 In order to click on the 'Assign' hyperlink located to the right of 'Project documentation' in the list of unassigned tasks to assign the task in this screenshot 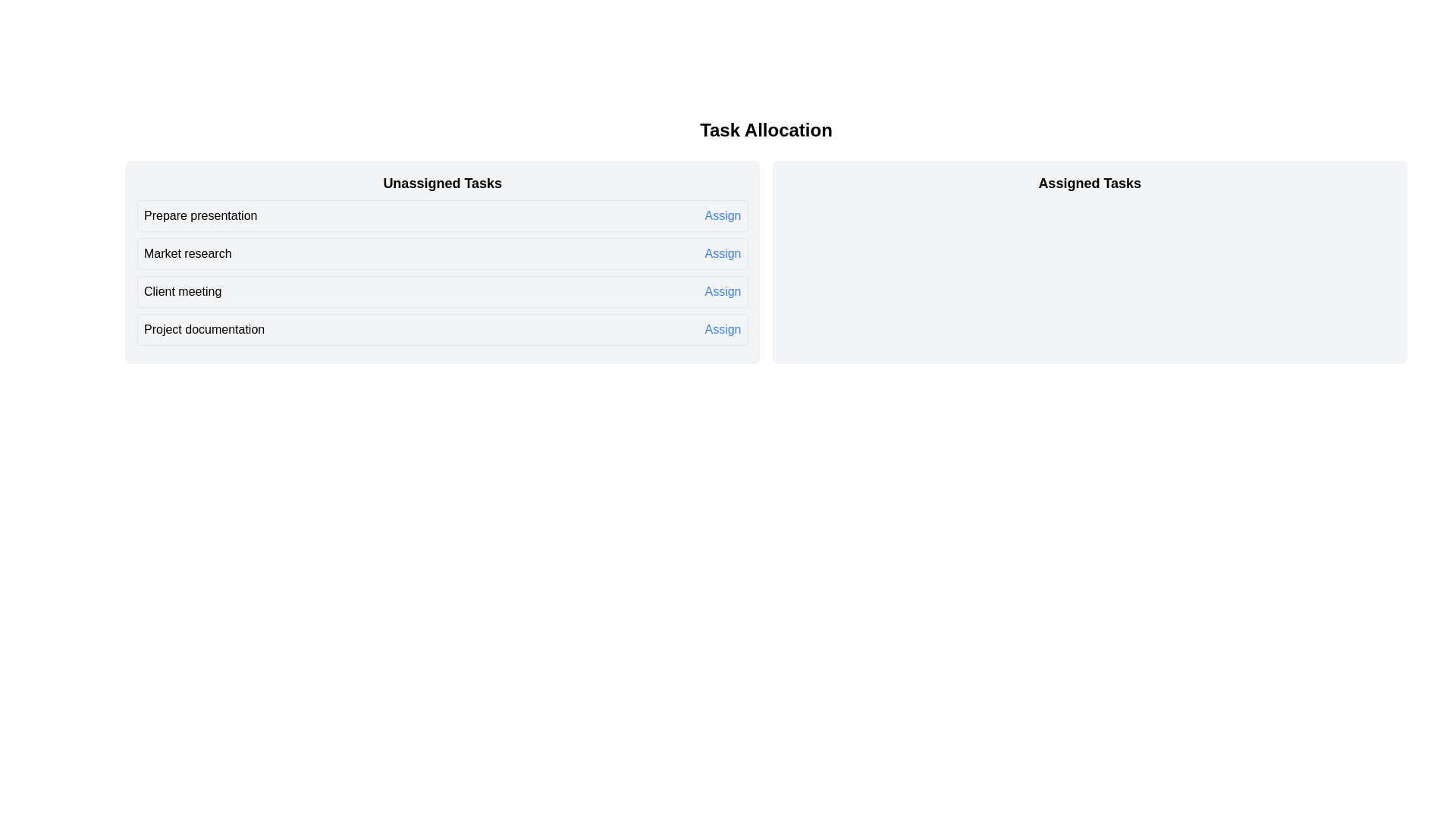, I will do `click(722, 329)`.